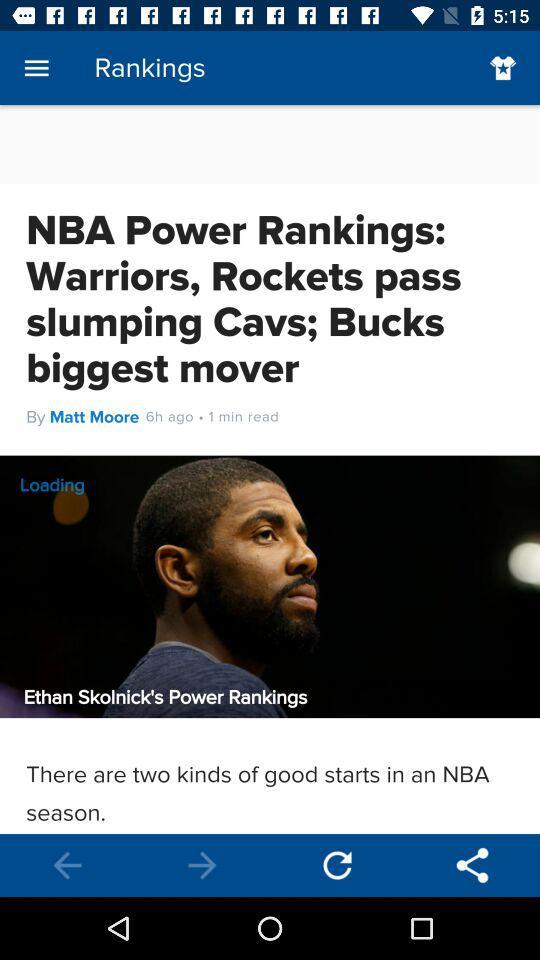 This screenshot has height=960, width=540. What do you see at coordinates (67, 864) in the screenshot?
I see `the arrow_backward icon` at bounding box center [67, 864].